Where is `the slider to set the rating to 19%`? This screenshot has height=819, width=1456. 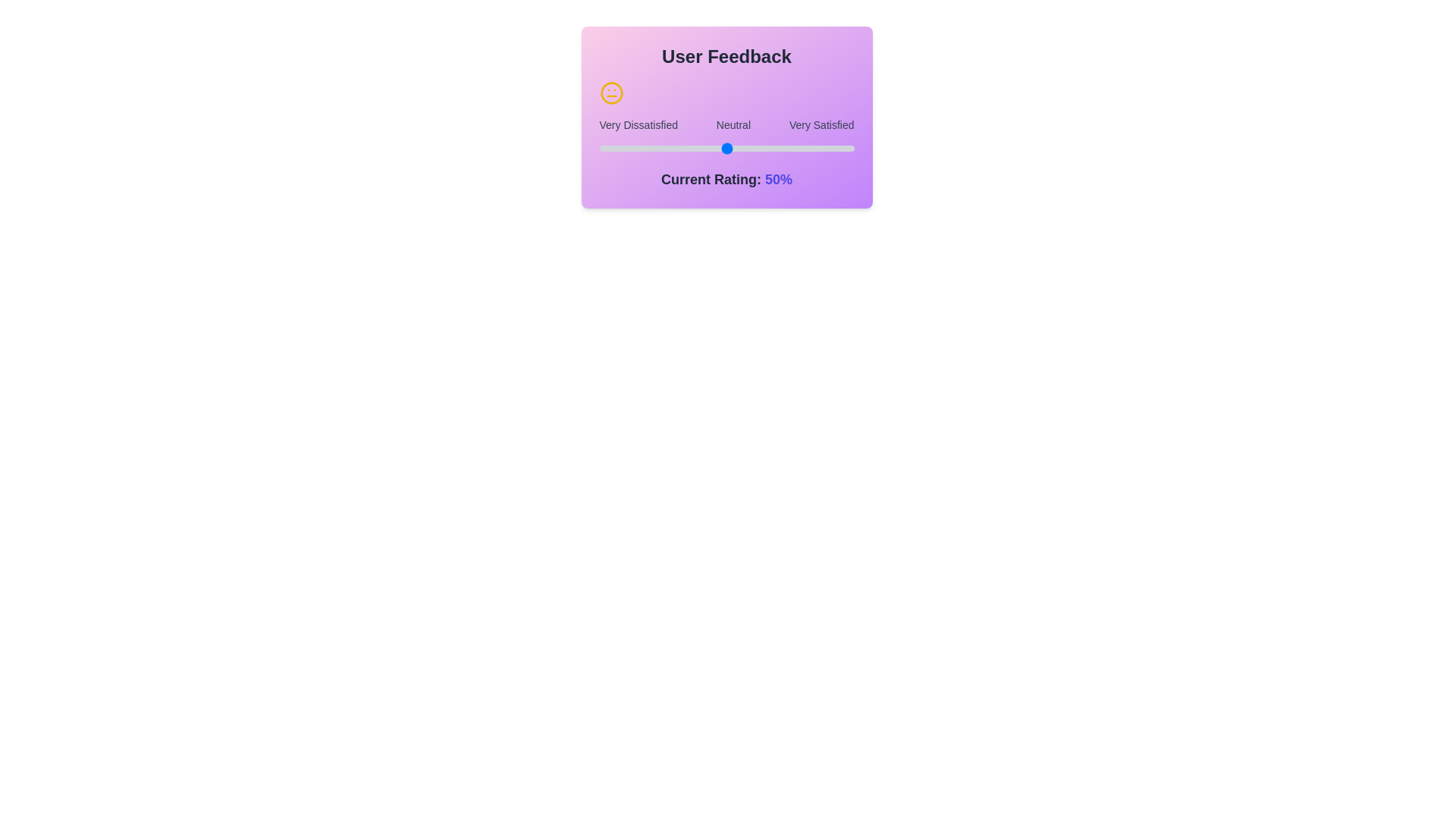 the slider to set the rating to 19% is located at coordinates (598, 149).